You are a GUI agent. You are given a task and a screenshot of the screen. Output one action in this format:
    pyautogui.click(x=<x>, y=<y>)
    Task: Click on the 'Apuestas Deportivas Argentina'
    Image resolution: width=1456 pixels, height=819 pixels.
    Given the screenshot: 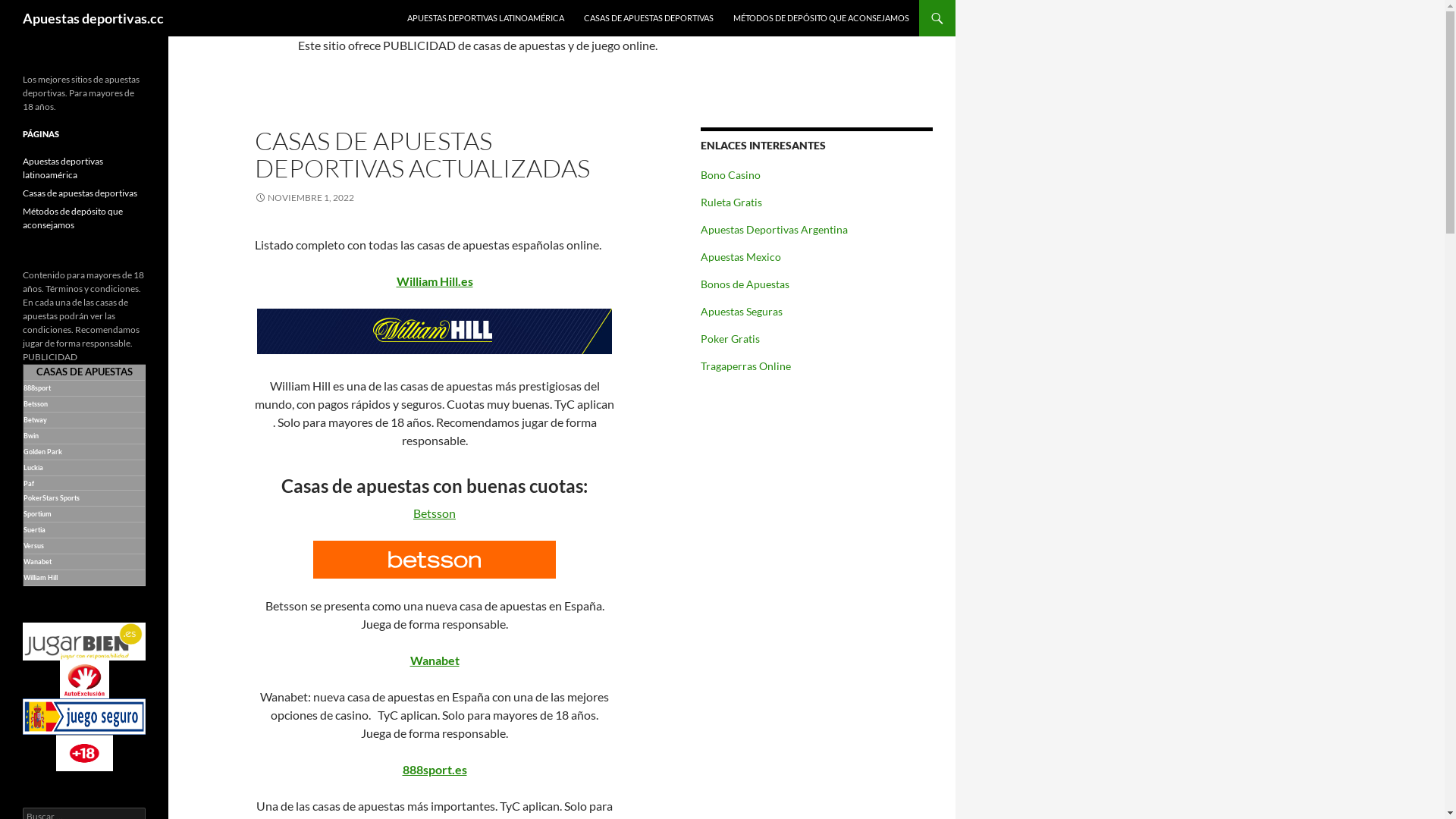 What is the action you would take?
    pyautogui.click(x=774, y=229)
    